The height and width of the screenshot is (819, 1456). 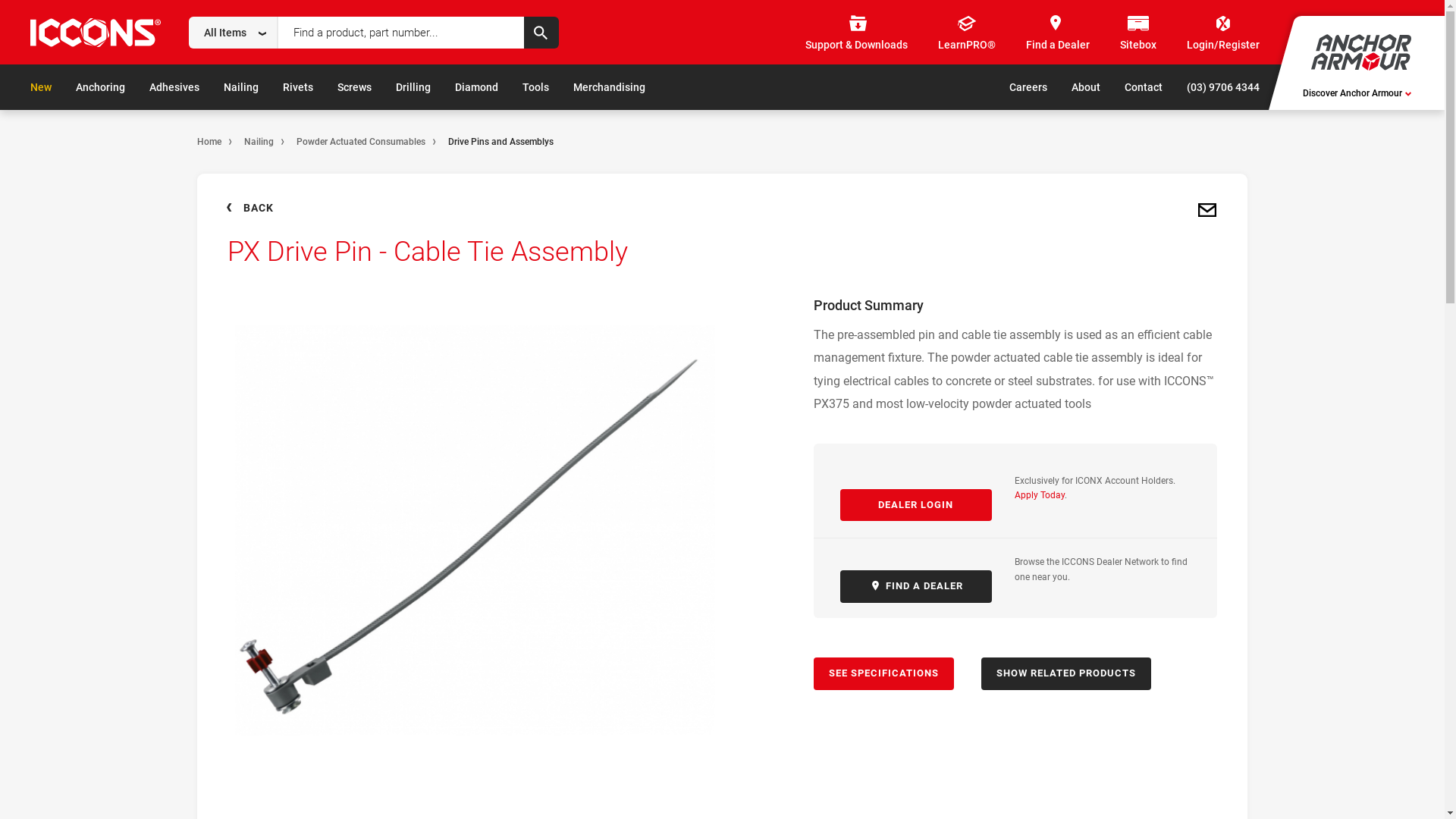 I want to click on 'Discover Anchor Armour', so click(x=1357, y=93).